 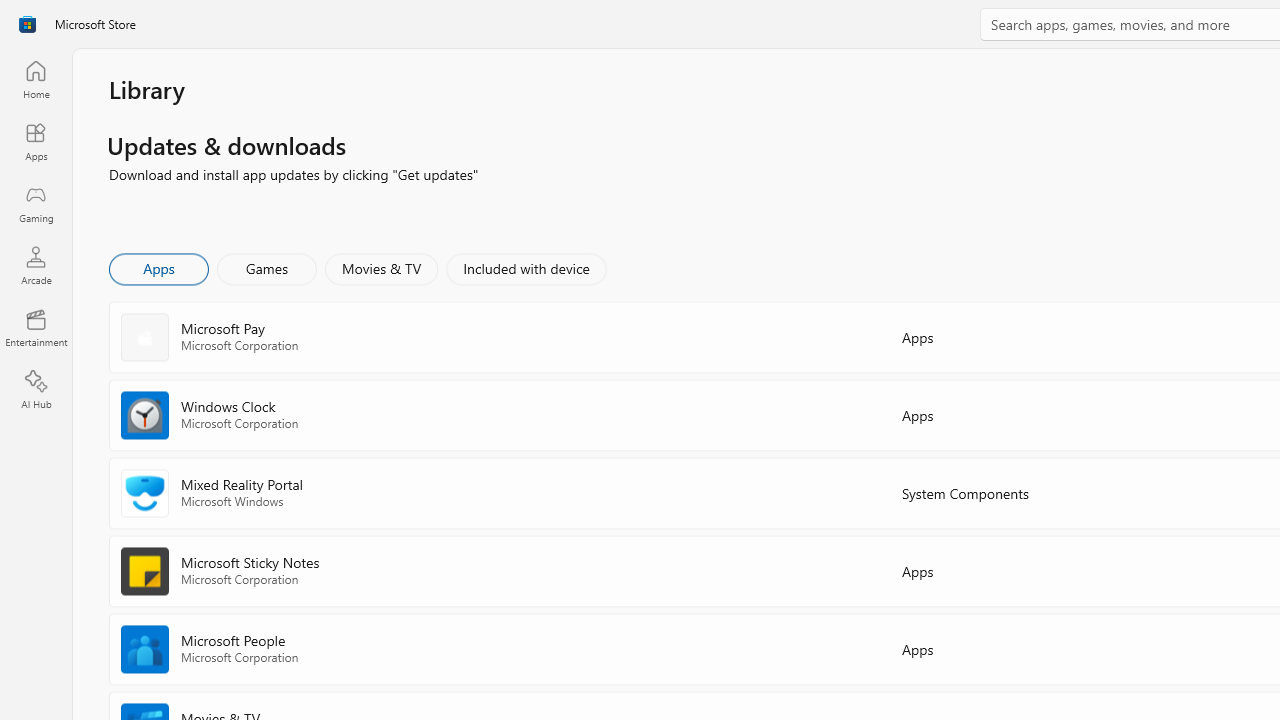 I want to click on 'Games', so click(x=266, y=267).